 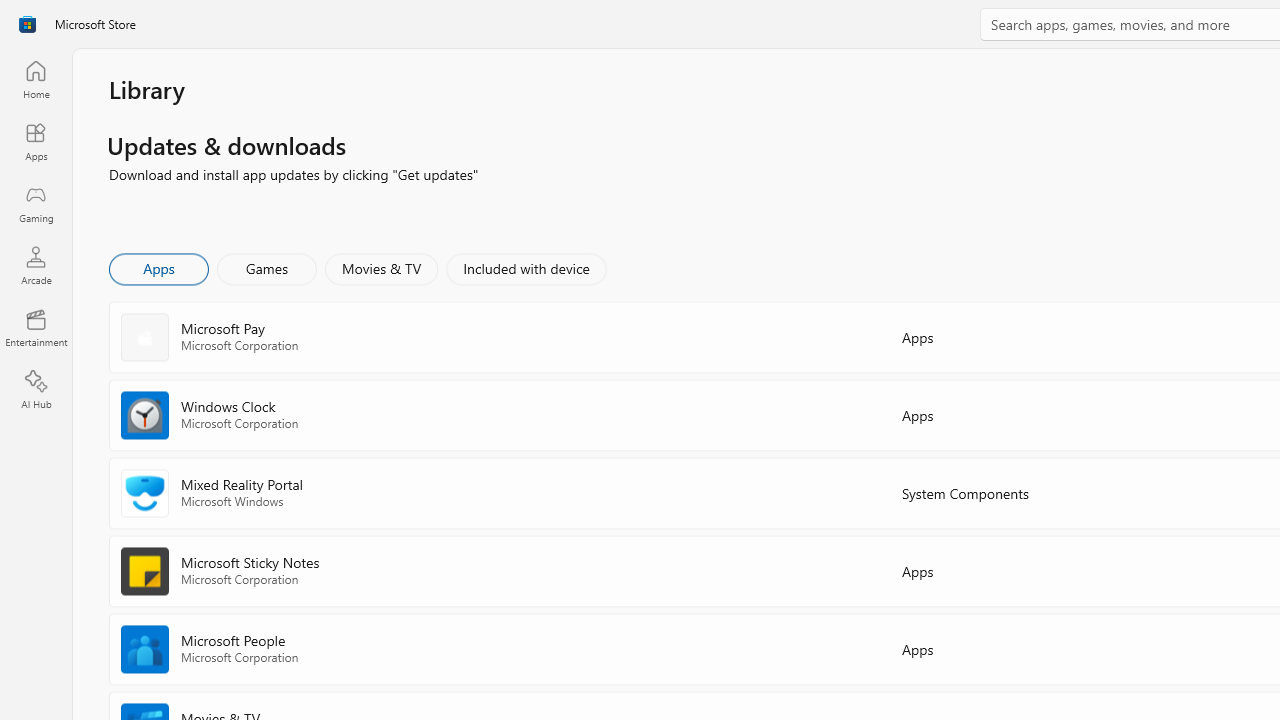 I want to click on 'Games', so click(x=266, y=267).